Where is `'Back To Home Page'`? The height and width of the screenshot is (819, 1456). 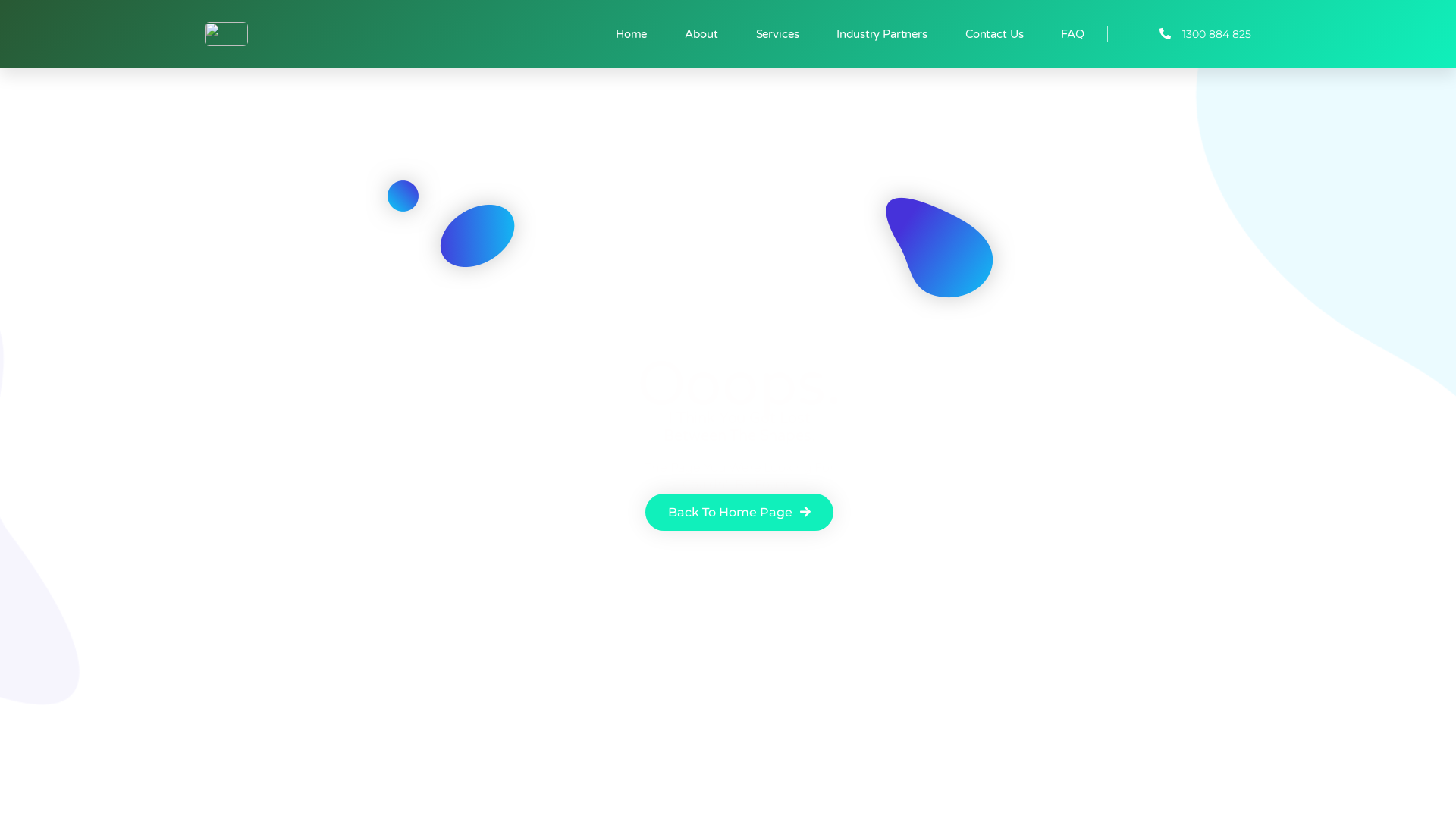 'Back To Home Page' is located at coordinates (739, 512).